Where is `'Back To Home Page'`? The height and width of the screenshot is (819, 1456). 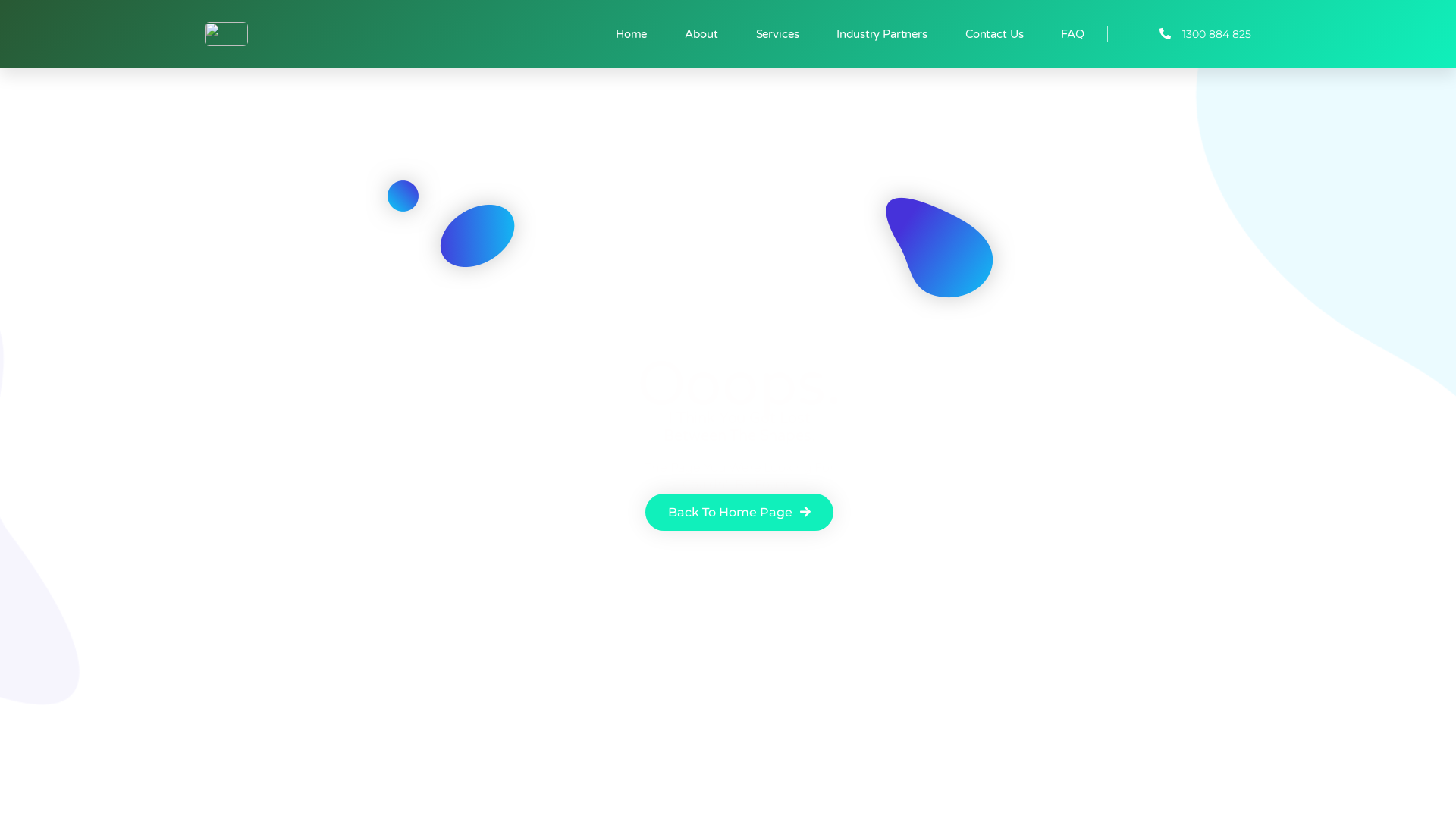 'Back To Home Page' is located at coordinates (739, 512).